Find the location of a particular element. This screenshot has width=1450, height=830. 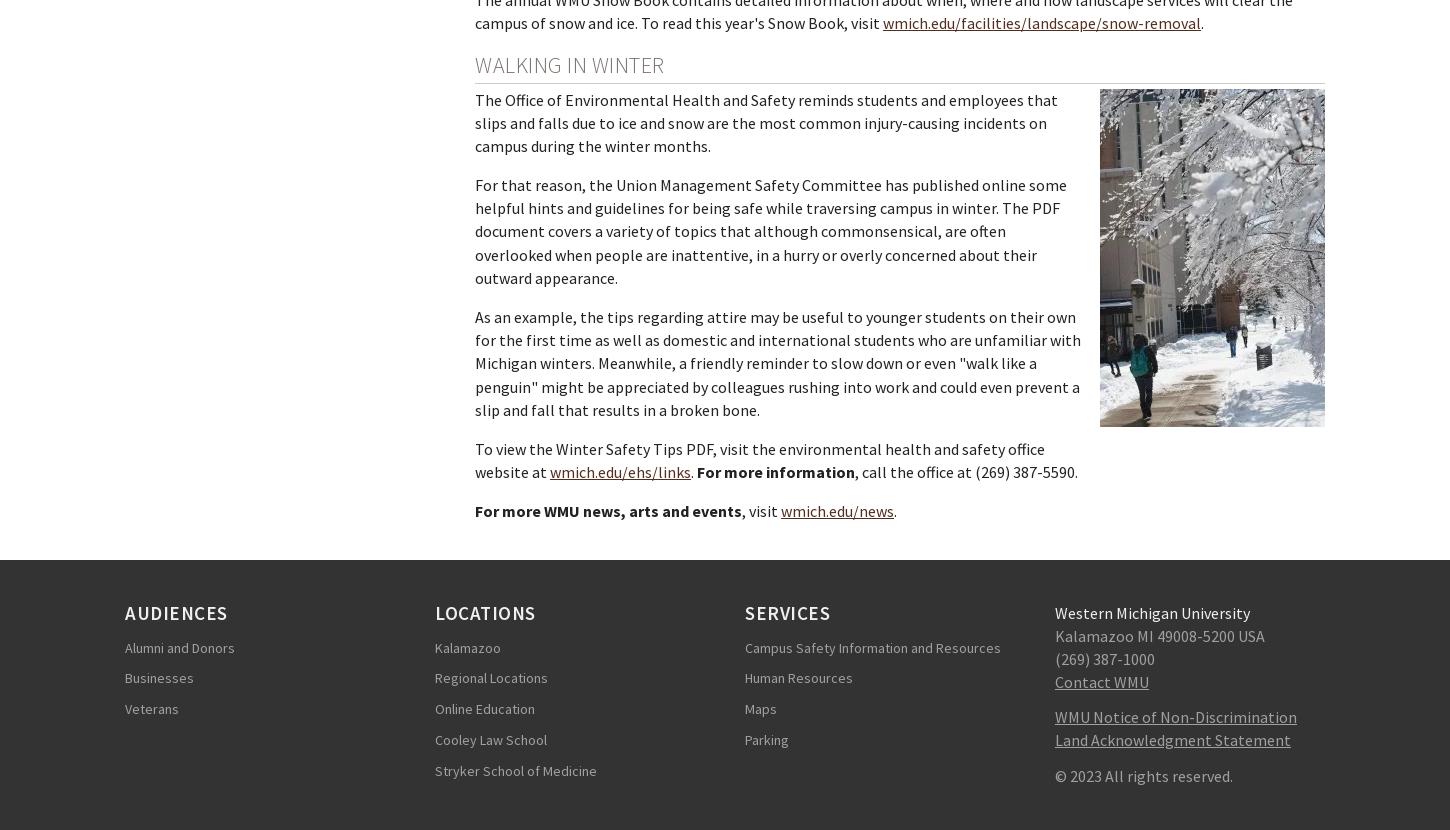

'Kalamazoo MI 49008-5200 USA' is located at coordinates (1159, 634).